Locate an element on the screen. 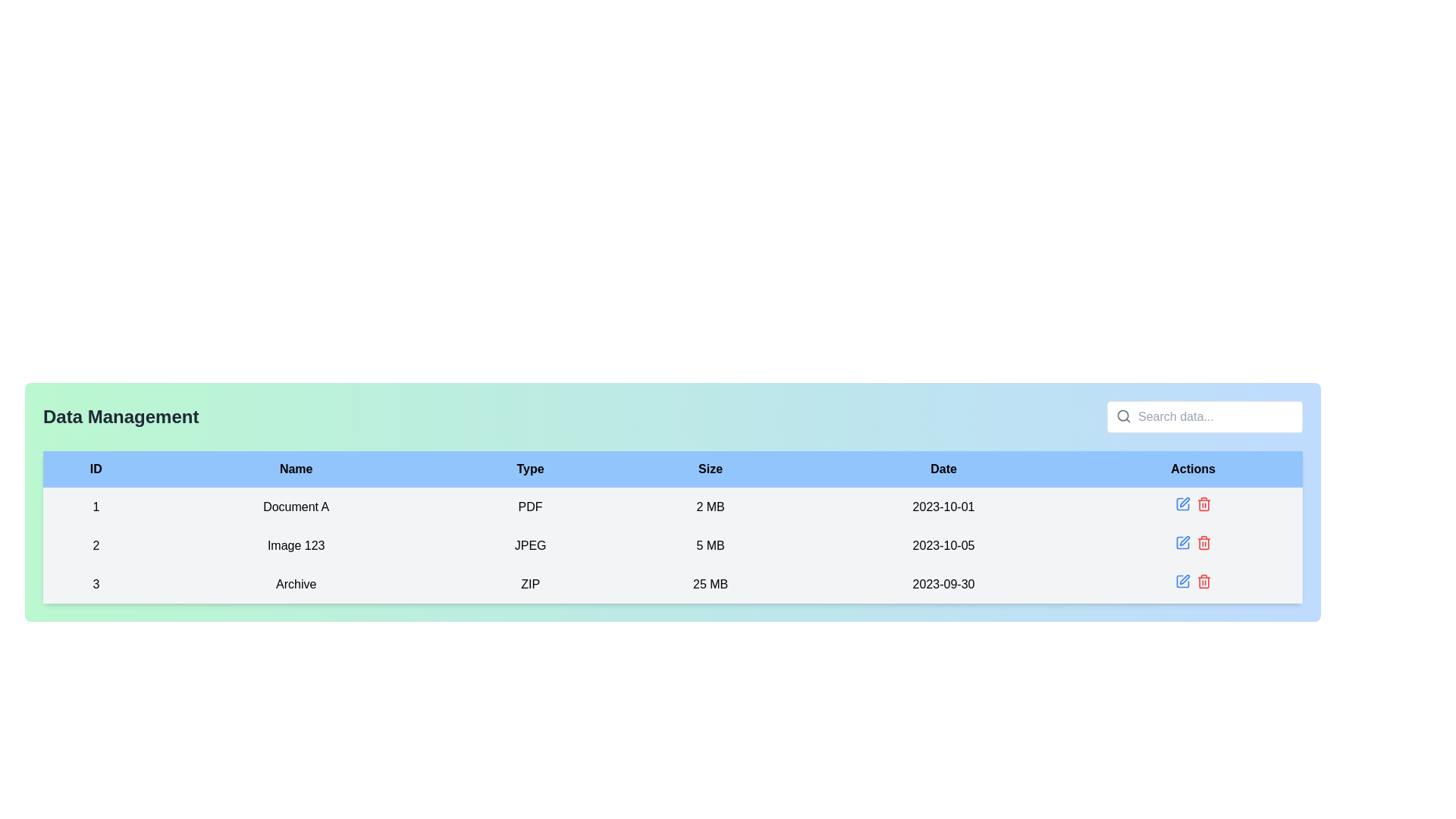 This screenshot has height=819, width=1456. the Table Header displaying 'ID' in bold, which is the first column heading of a table with a light blue background is located at coordinates (95, 468).